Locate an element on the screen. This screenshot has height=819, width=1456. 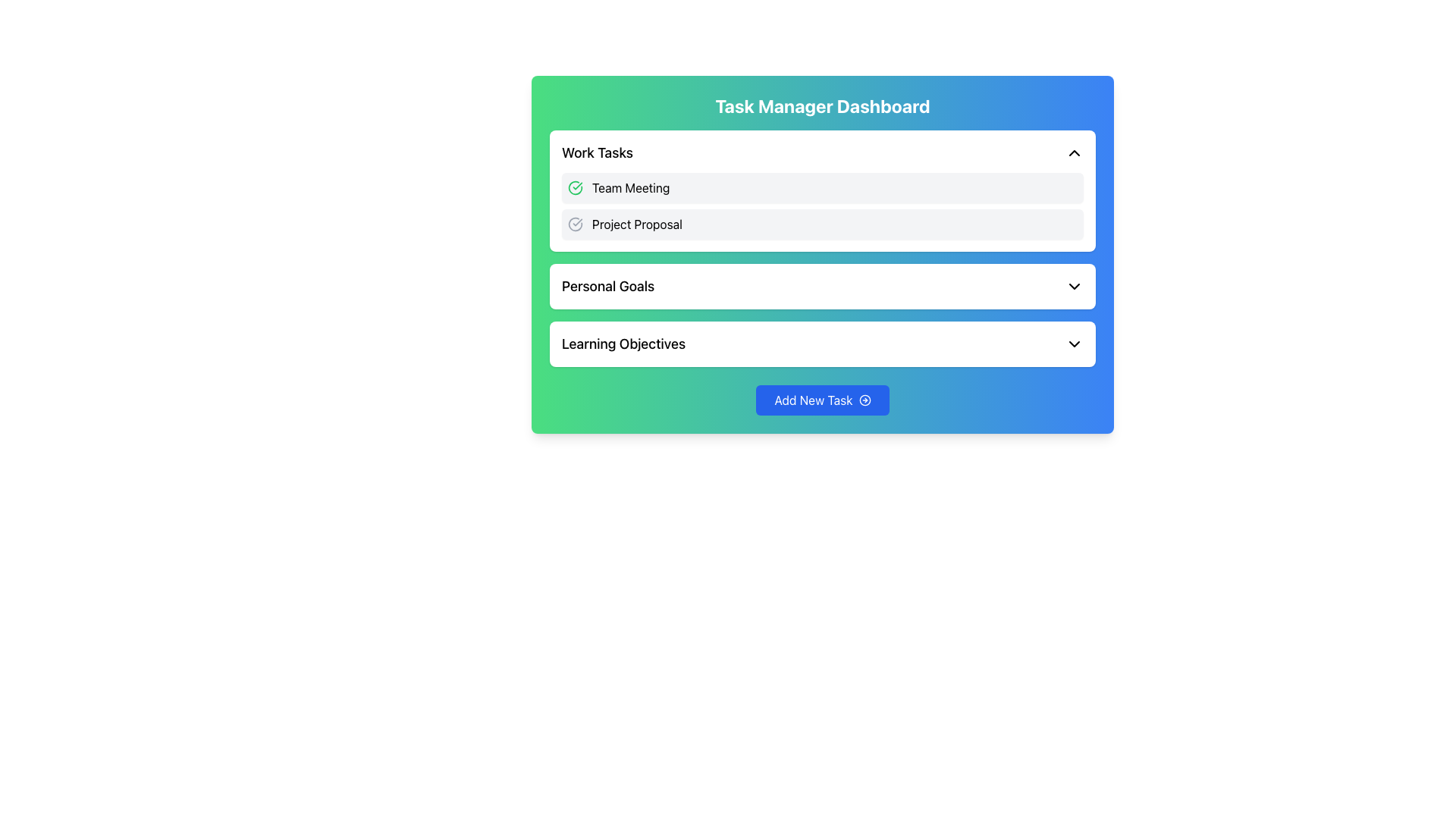
the Status indicator icon (checkmark) that signifies the completion of the 'Team Meeting' task, which is located to the left of the task text in the 'Work Tasks' section is located at coordinates (574, 187).